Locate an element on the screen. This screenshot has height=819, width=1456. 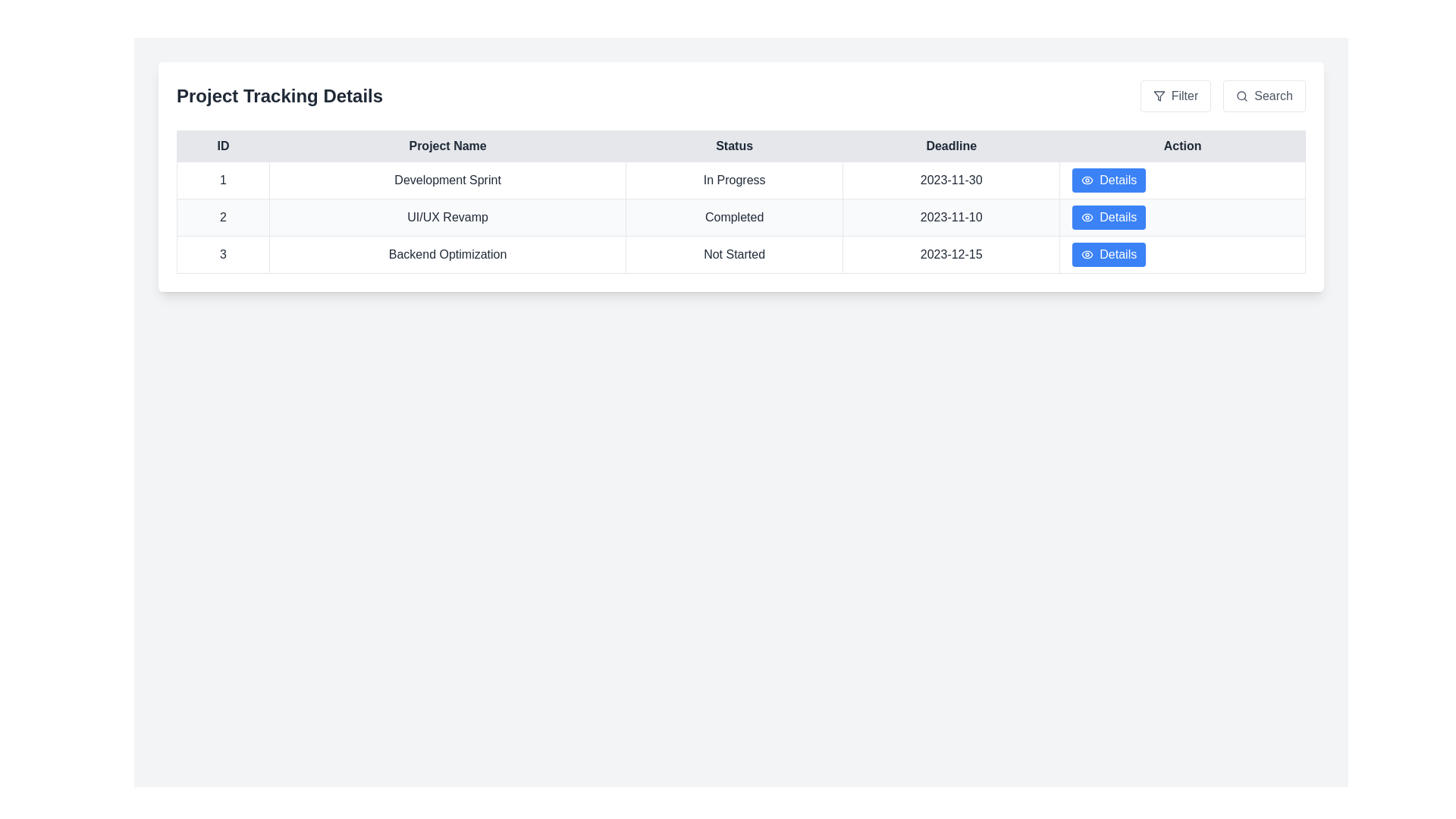
the SVG filter icon located within the 'Filter' button, which is positioned is located at coordinates (1158, 96).